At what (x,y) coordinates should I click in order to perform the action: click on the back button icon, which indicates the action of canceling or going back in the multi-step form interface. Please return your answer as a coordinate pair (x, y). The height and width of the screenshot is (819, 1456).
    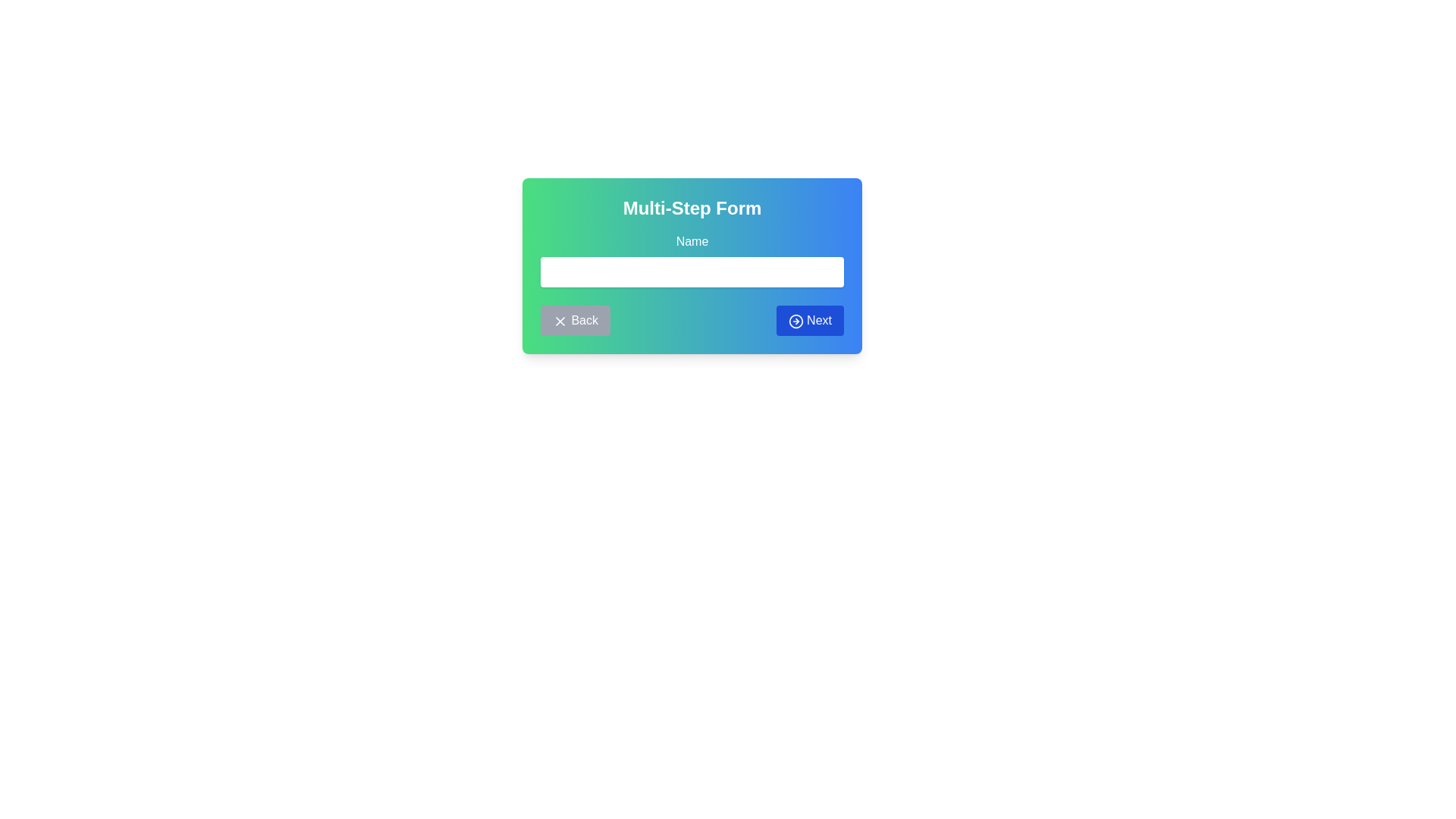
    Looking at the image, I should click on (560, 320).